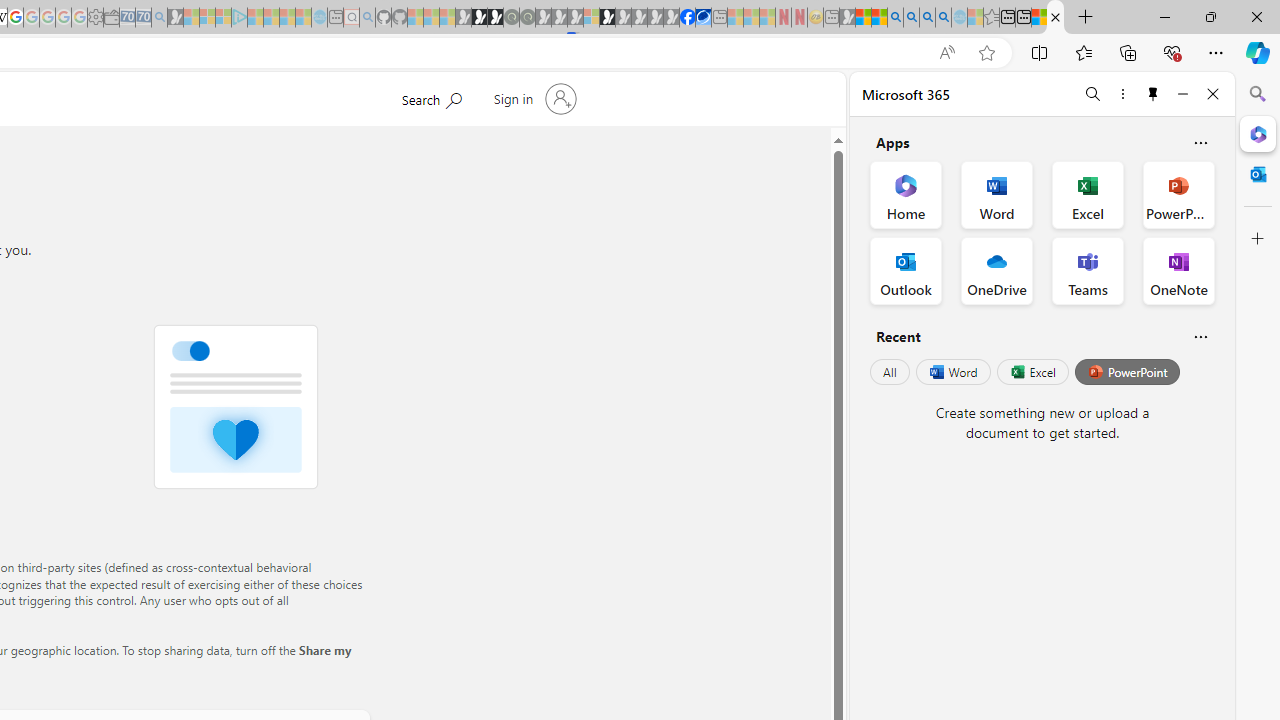 This screenshot has width=1280, height=720. What do you see at coordinates (905, 195) in the screenshot?
I see `'Home Office App'` at bounding box center [905, 195].